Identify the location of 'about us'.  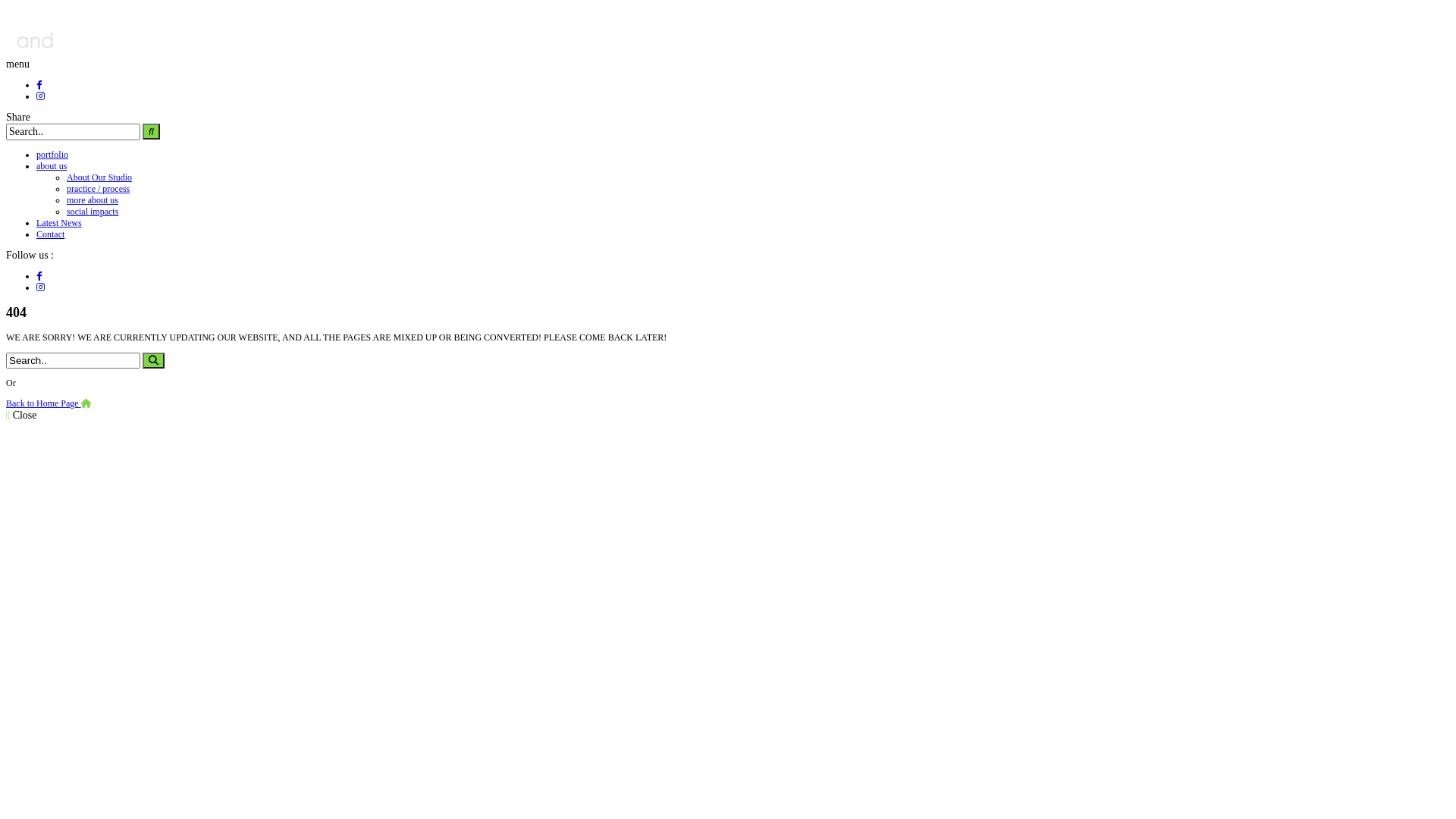
(51, 166).